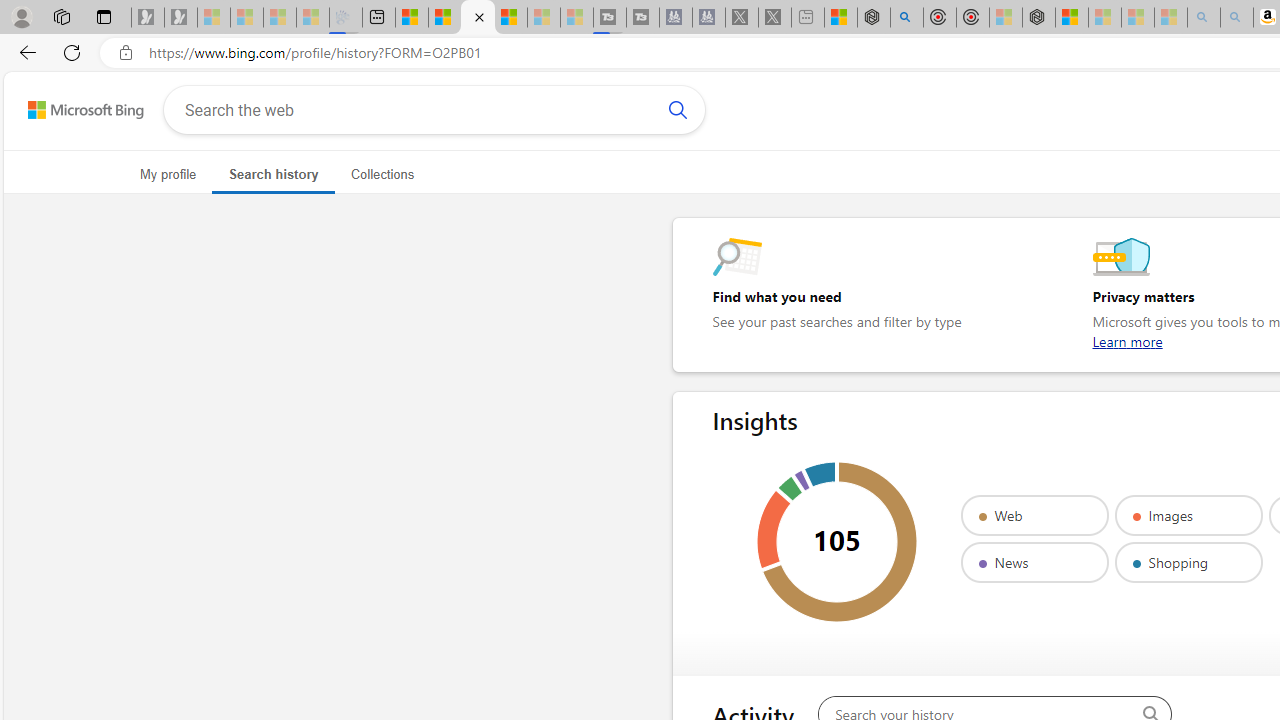 This screenshot has width=1280, height=720. Describe the element at coordinates (103, 16) in the screenshot. I see `'Tab actions menu'` at that location.